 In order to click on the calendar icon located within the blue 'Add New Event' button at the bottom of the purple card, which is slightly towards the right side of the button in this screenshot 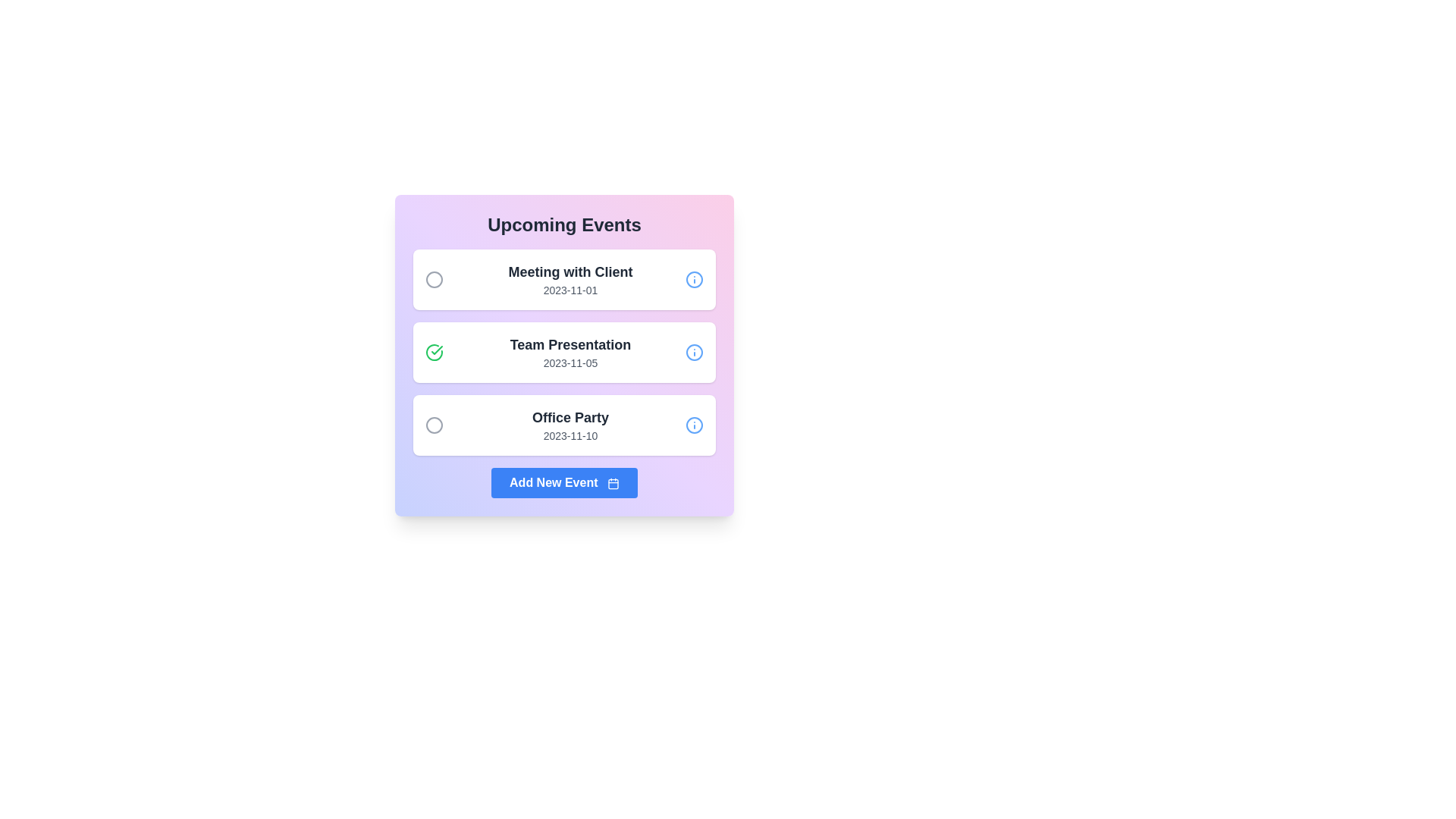, I will do `click(613, 484)`.